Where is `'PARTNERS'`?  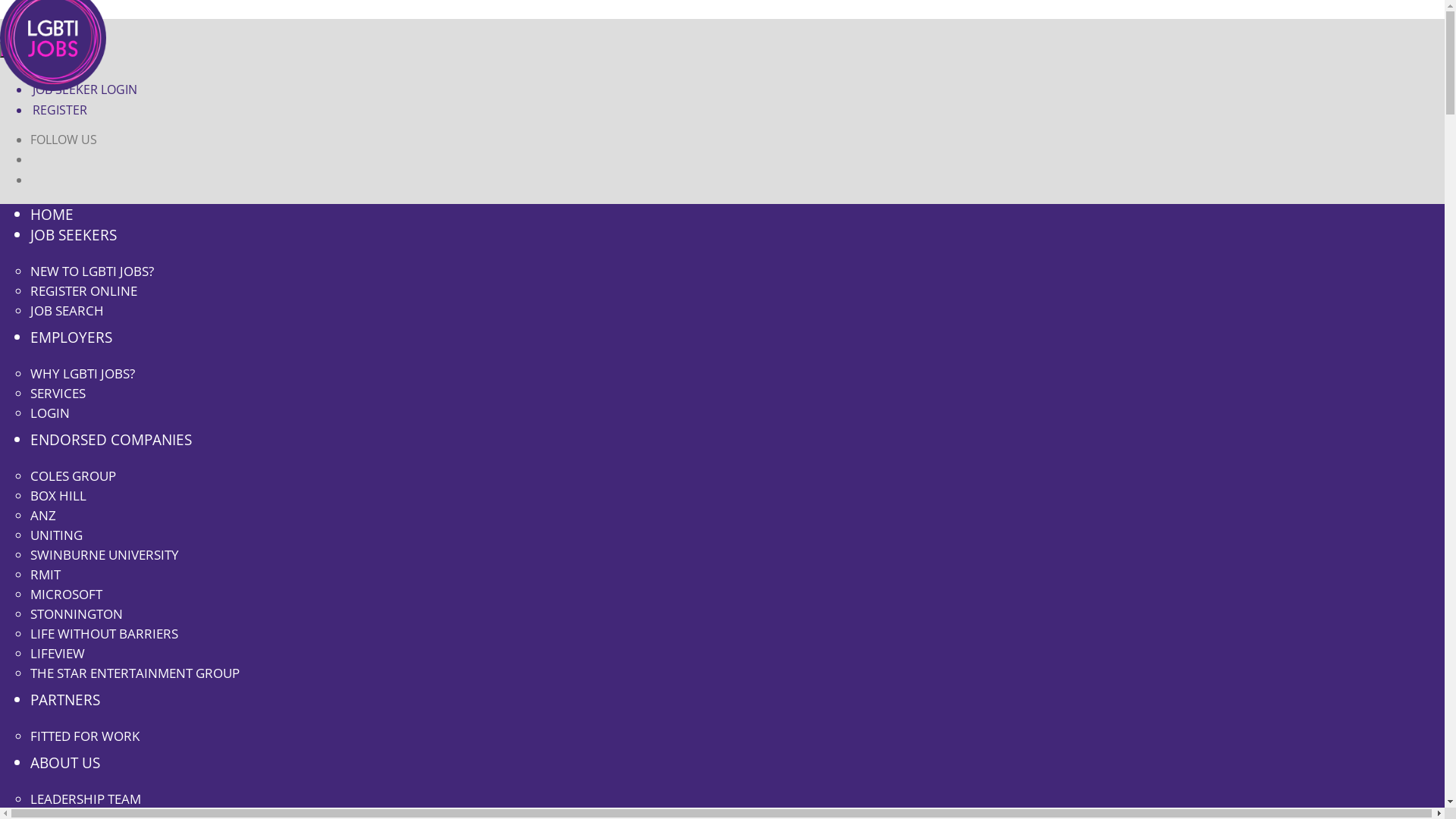
'PARTNERS' is located at coordinates (64, 699).